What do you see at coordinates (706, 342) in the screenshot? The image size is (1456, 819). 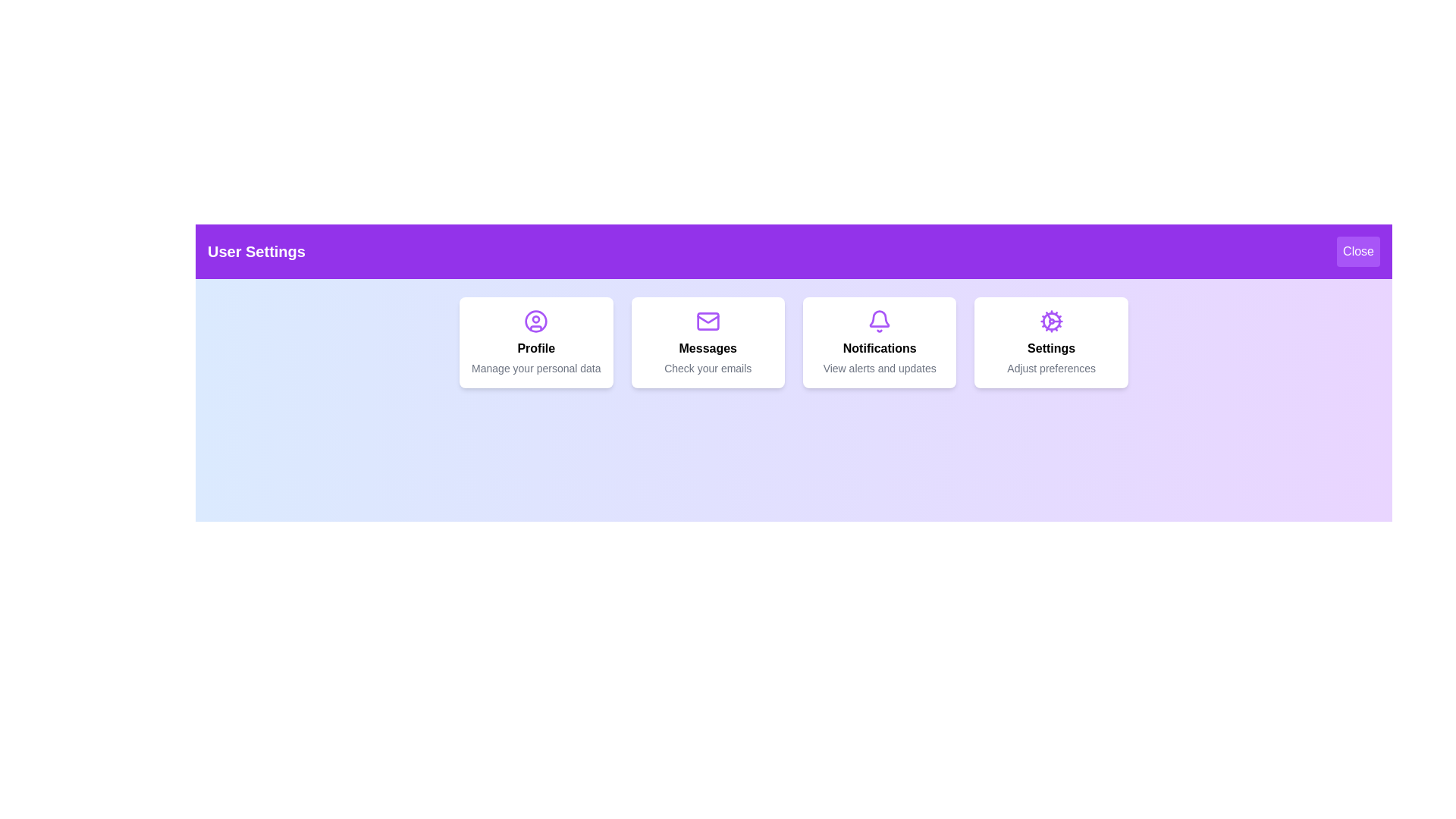 I see `the Messages menu item to navigate to the respective section` at bounding box center [706, 342].